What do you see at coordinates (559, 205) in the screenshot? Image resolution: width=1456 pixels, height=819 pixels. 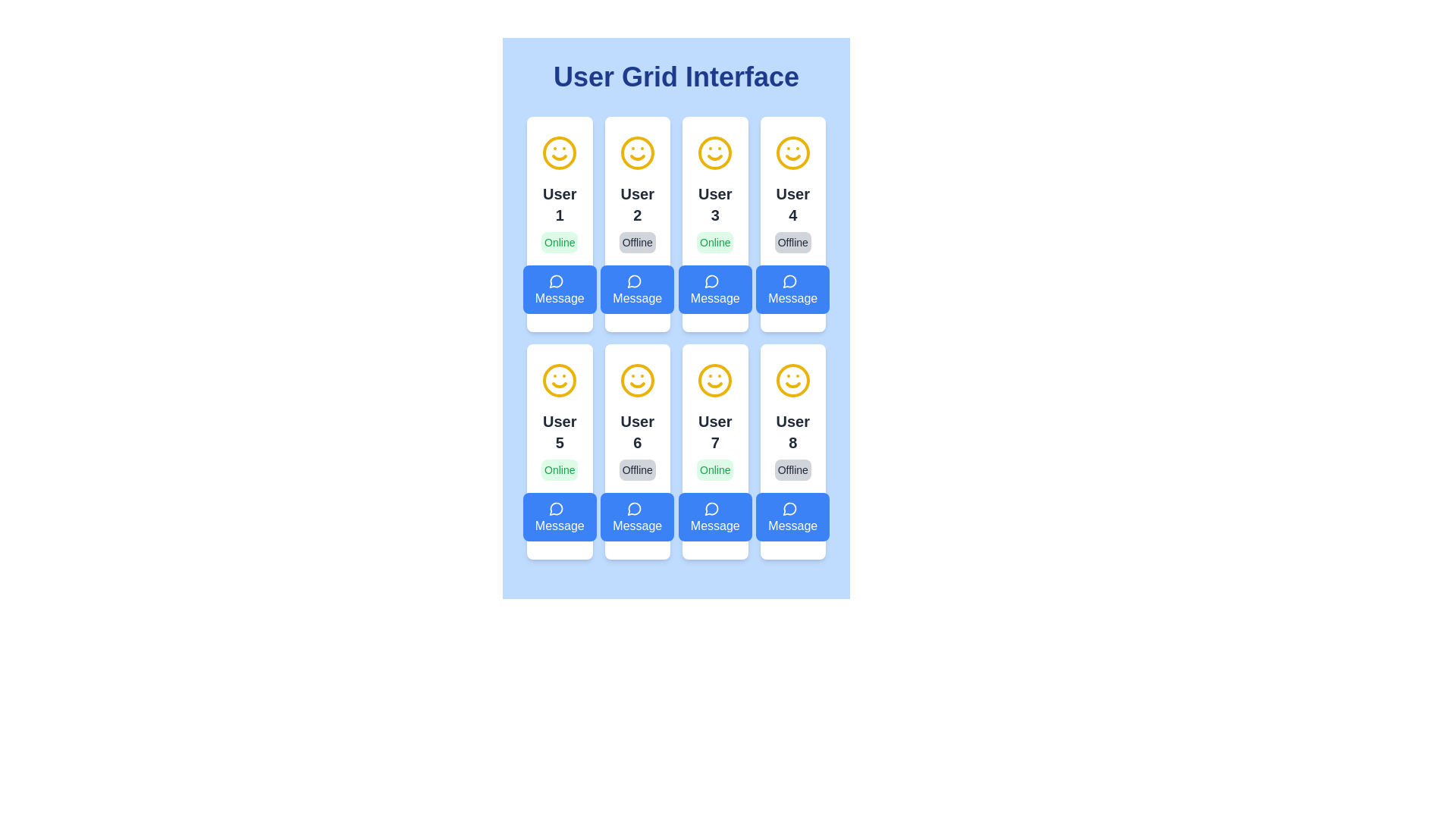 I see `the Static Text Label displaying the username of the user in the first card of the user grid interface, positioned below the smiley icon and above the 'Online' text` at bounding box center [559, 205].